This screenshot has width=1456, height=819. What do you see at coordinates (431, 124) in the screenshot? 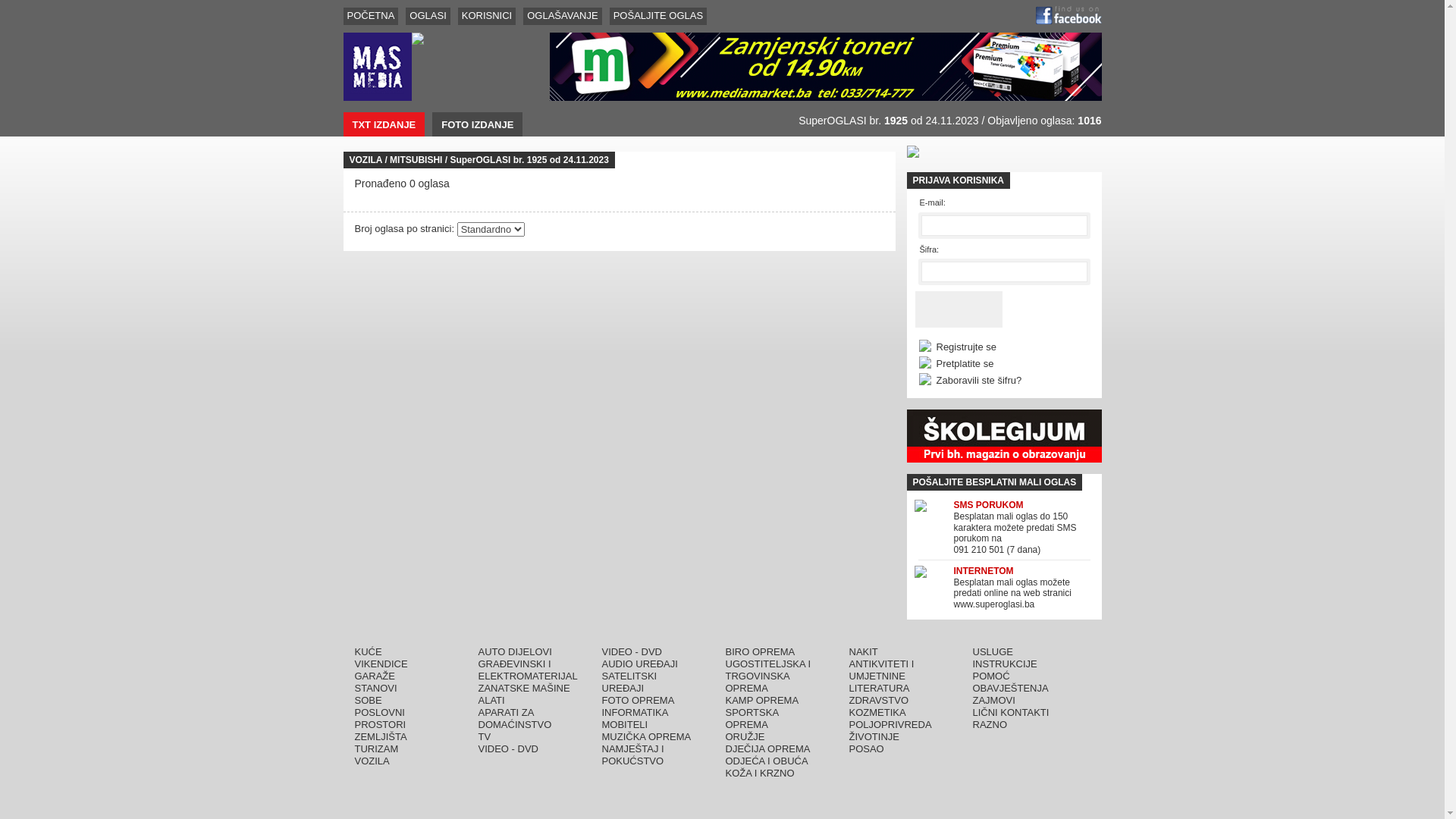
I see `'FOTO IZDANJE'` at bounding box center [431, 124].